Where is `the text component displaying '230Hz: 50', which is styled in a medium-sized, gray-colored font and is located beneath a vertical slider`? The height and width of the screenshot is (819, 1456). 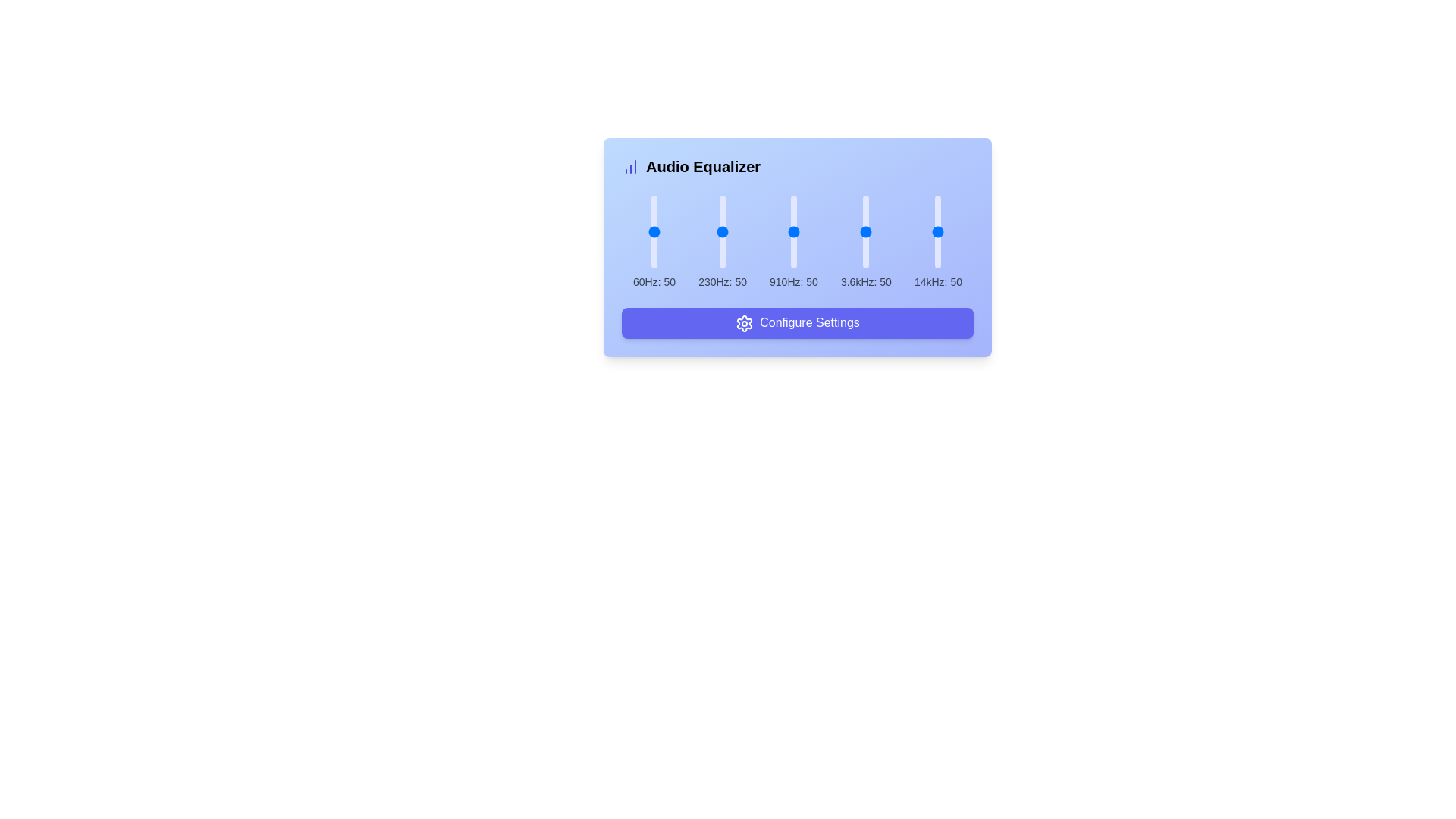
the text component displaying '230Hz: 50', which is styled in a medium-sized, gray-colored font and is located beneath a vertical slider is located at coordinates (722, 281).